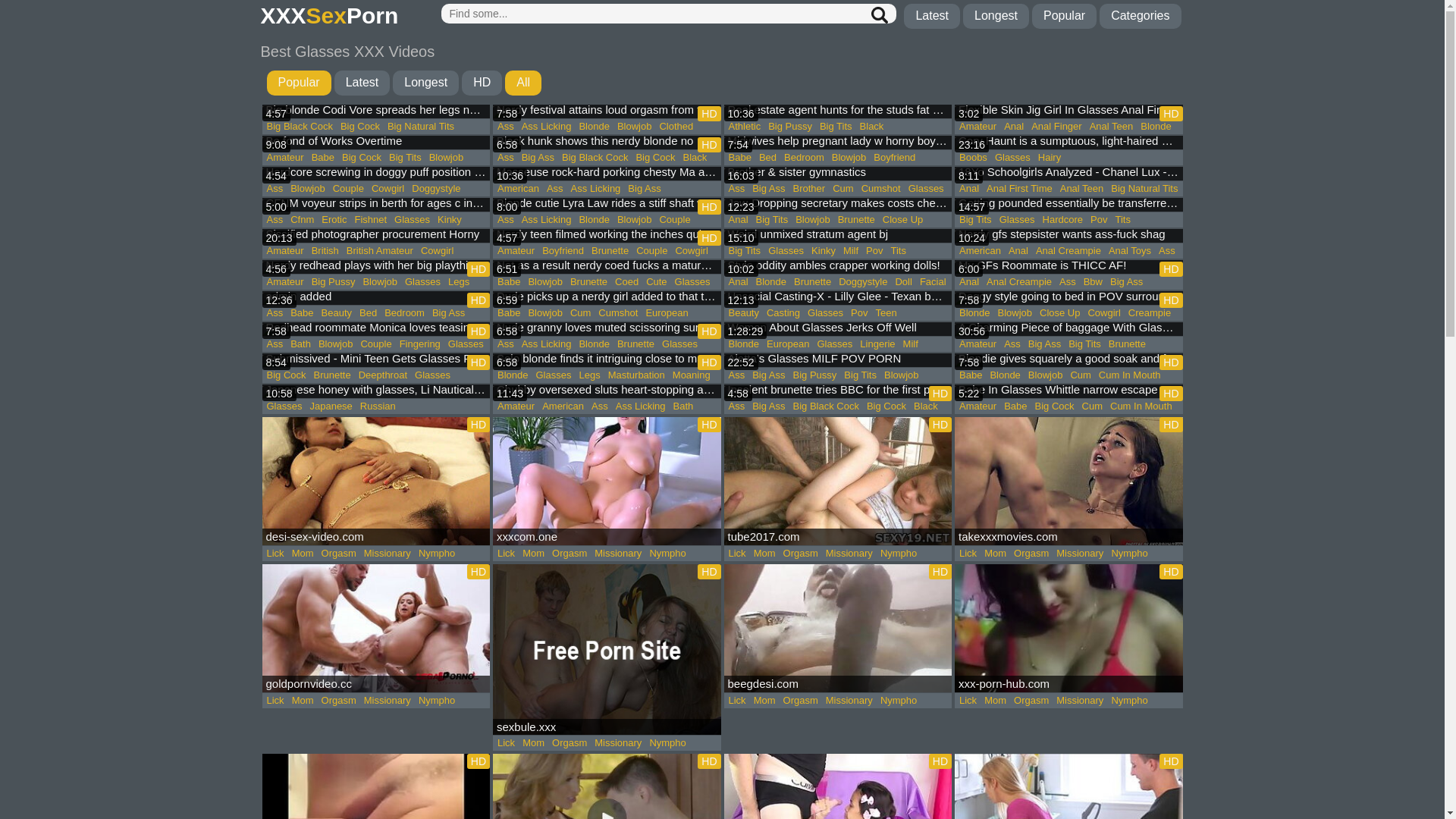  What do you see at coordinates (723, 125) in the screenshot?
I see `'Athletic'` at bounding box center [723, 125].